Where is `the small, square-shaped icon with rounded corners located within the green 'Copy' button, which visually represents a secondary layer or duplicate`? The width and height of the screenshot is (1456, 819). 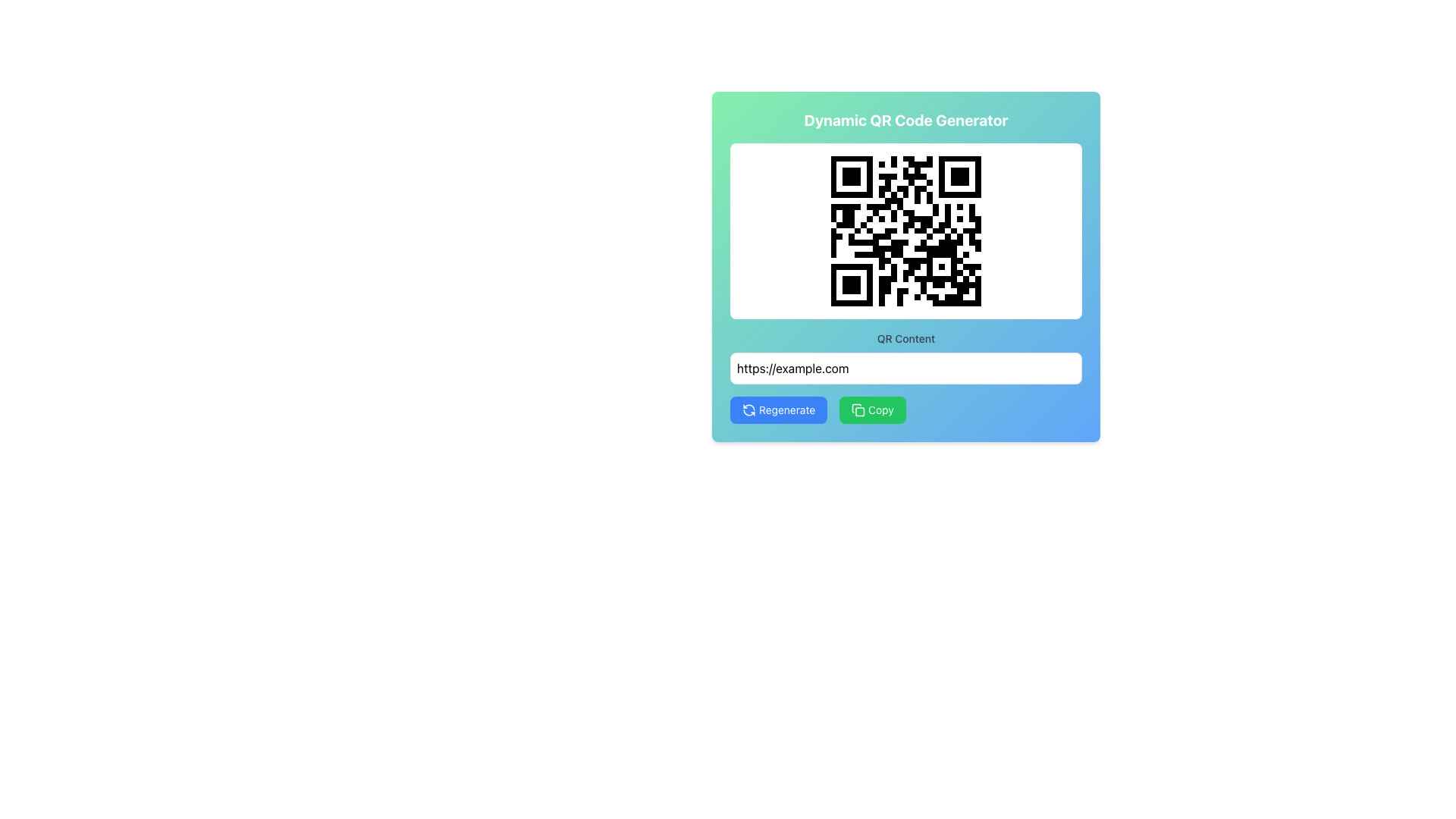
the small, square-shaped icon with rounded corners located within the green 'Copy' button, which visually represents a secondary layer or duplicate is located at coordinates (858, 409).